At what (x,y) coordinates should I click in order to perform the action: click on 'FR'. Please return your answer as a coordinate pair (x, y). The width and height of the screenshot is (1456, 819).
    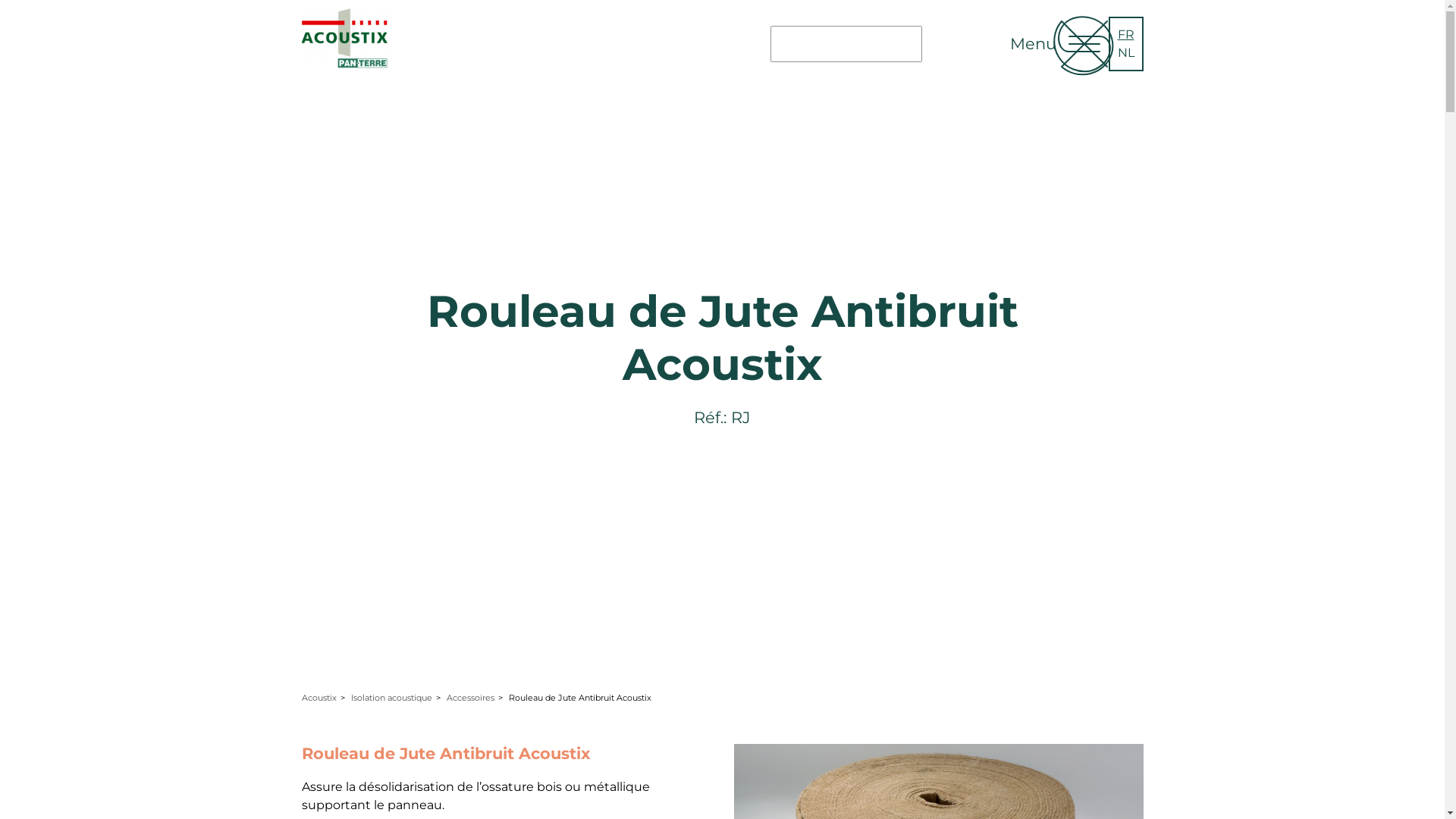
    Looking at the image, I should click on (1125, 34).